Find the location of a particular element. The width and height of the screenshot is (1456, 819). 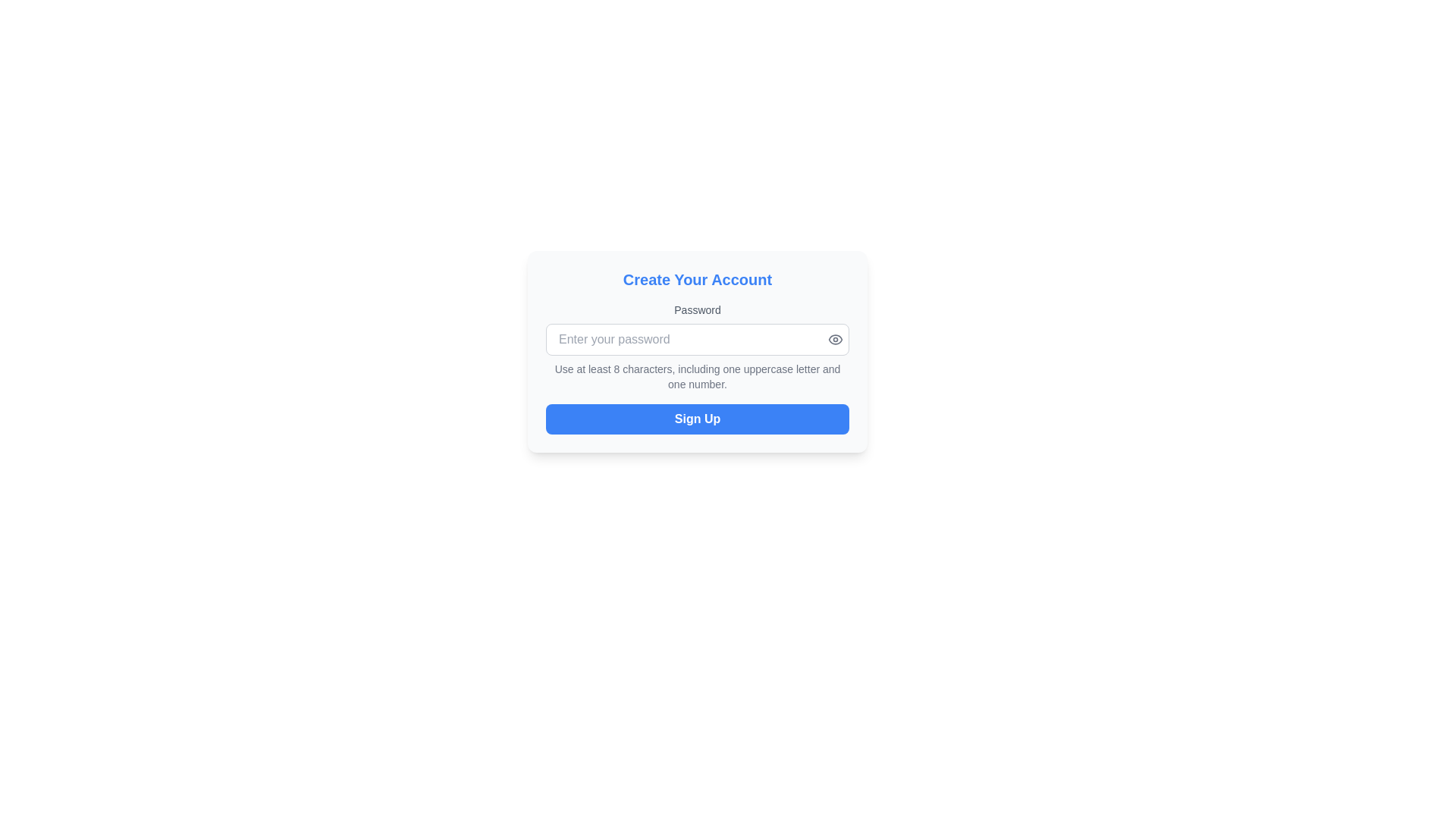

the bright blue 'Sign Up' button with bold white text located at the bottom of the 'Create Your Account' form is located at coordinates (697, 419).